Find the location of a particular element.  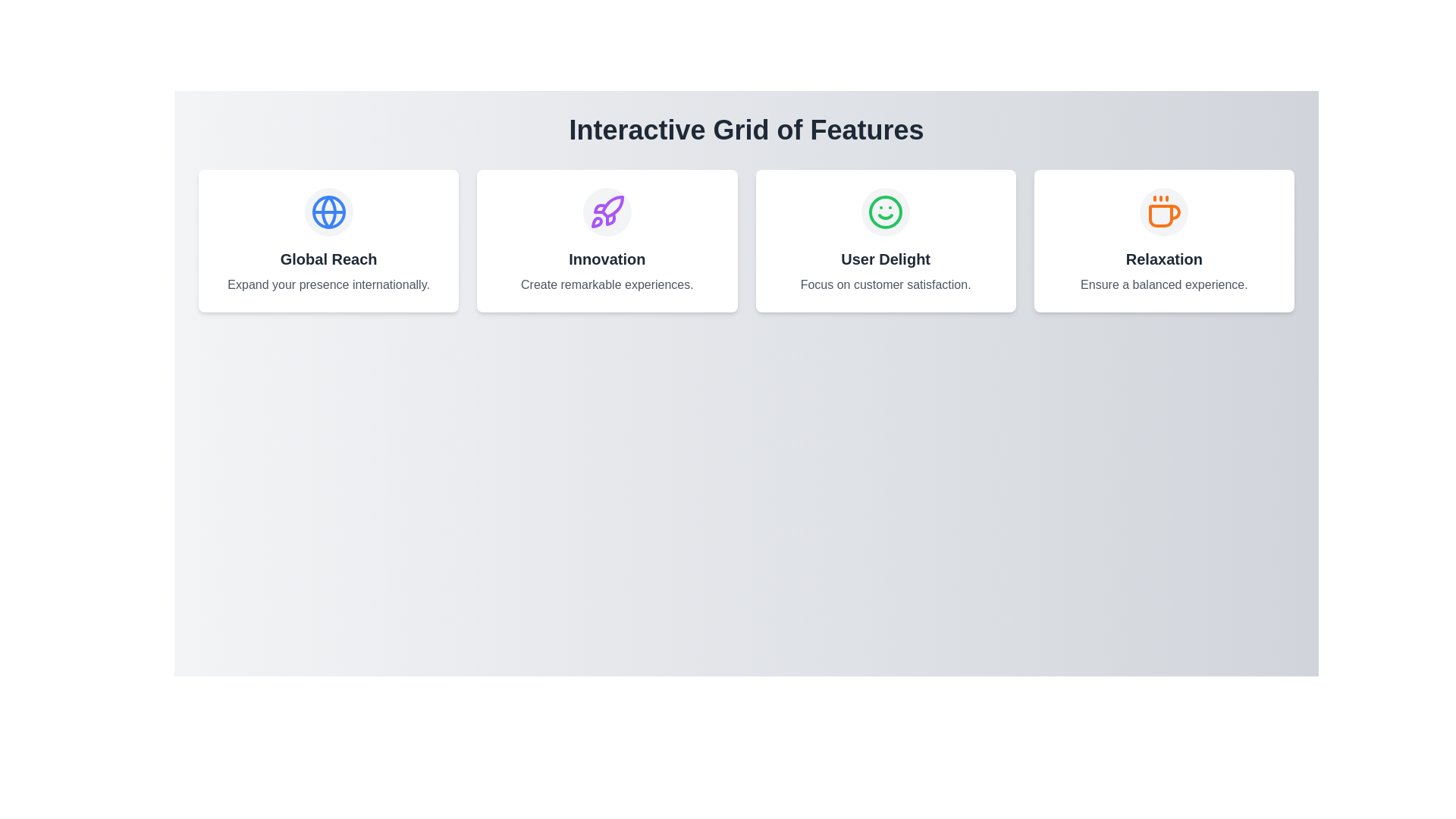

the title text label of the second card in a horizontally aligned group of four cards, which is positioned below a circular icon and above a short description text is located at coordinates (607, 259).